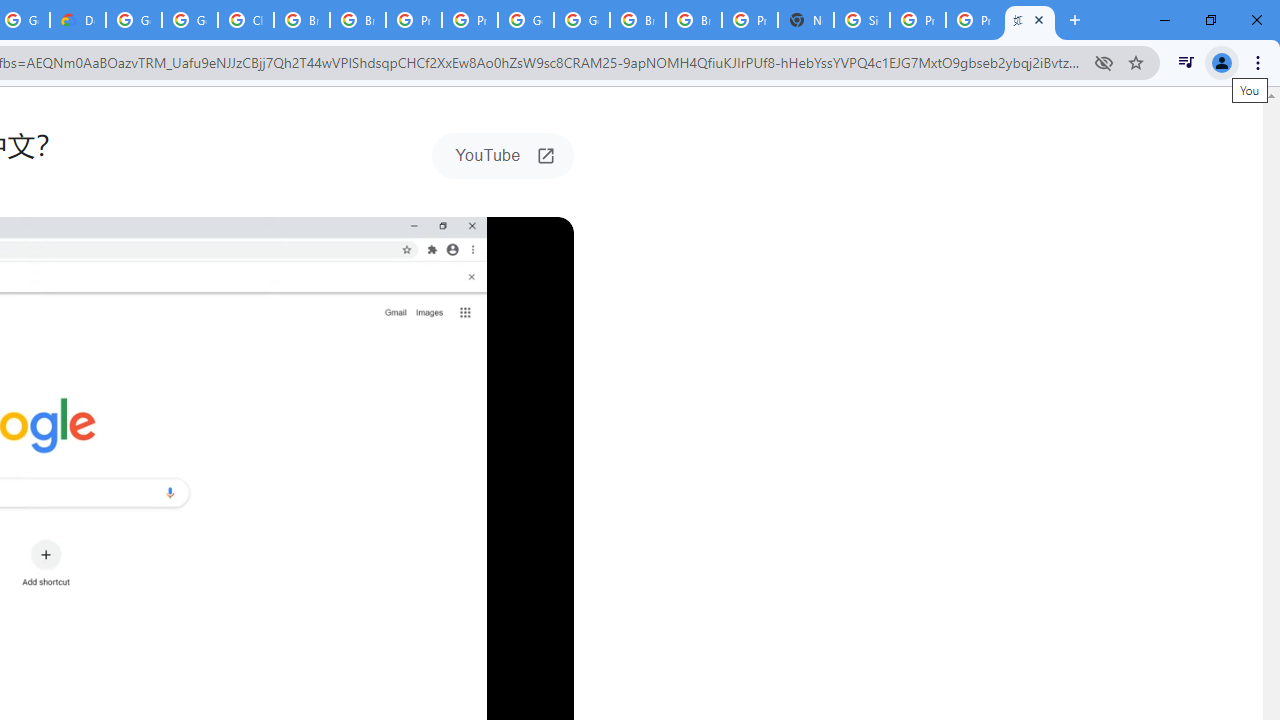 The width and height of the screenshot is (1280, 720). What do you see at coordinates (526, 20) in the screenshot?
I see `'Google Cloud Platform'` at bounding box center [526, 20].